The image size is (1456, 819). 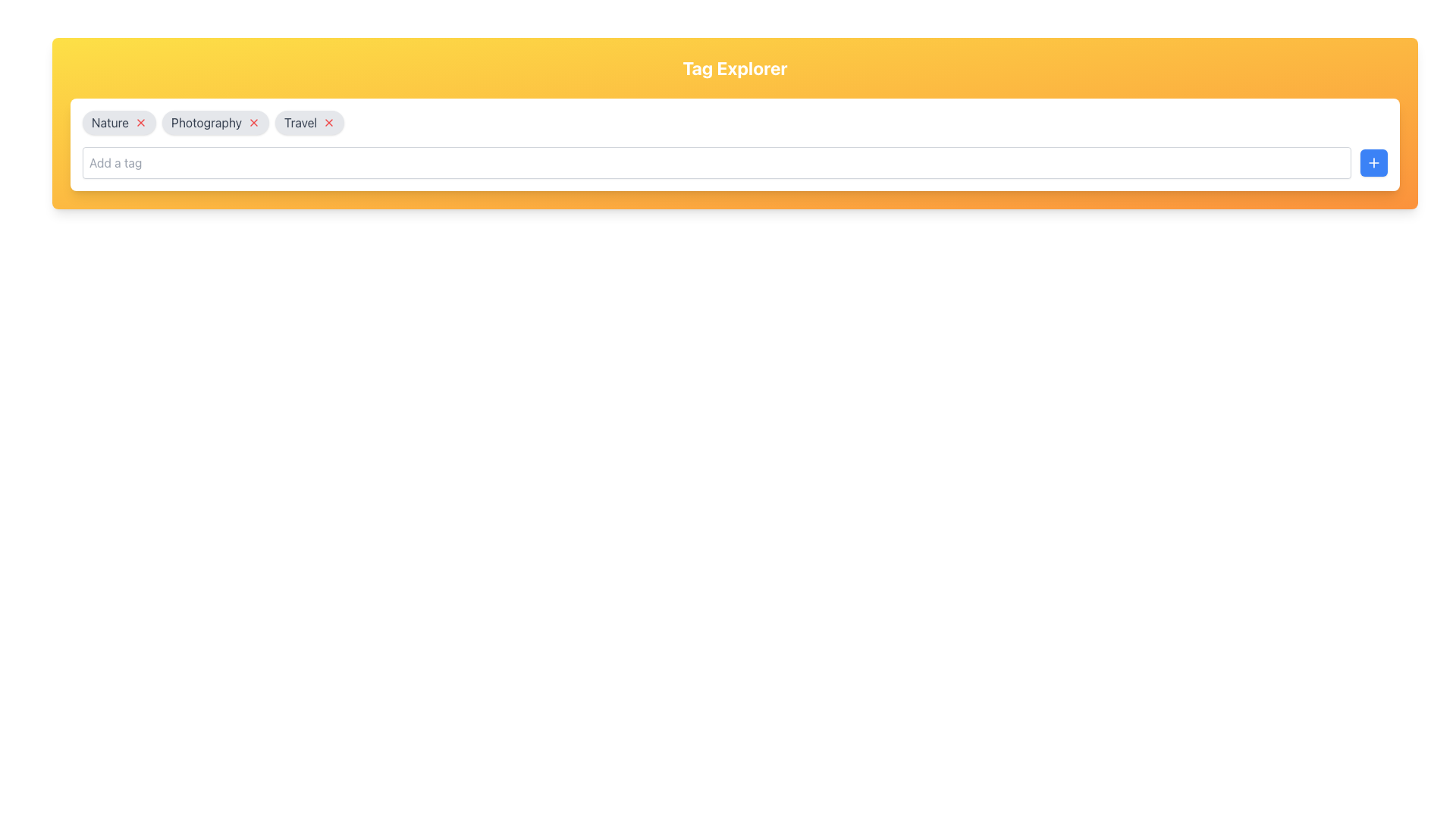 What do you see at coordinates (300, 122) in the screenshot?
I see `the 'Travel' text label, which is part of the tag selector interface and located within a rounded badge in the third position among three tags displayed horizontally` at bounding box center [300, 122].